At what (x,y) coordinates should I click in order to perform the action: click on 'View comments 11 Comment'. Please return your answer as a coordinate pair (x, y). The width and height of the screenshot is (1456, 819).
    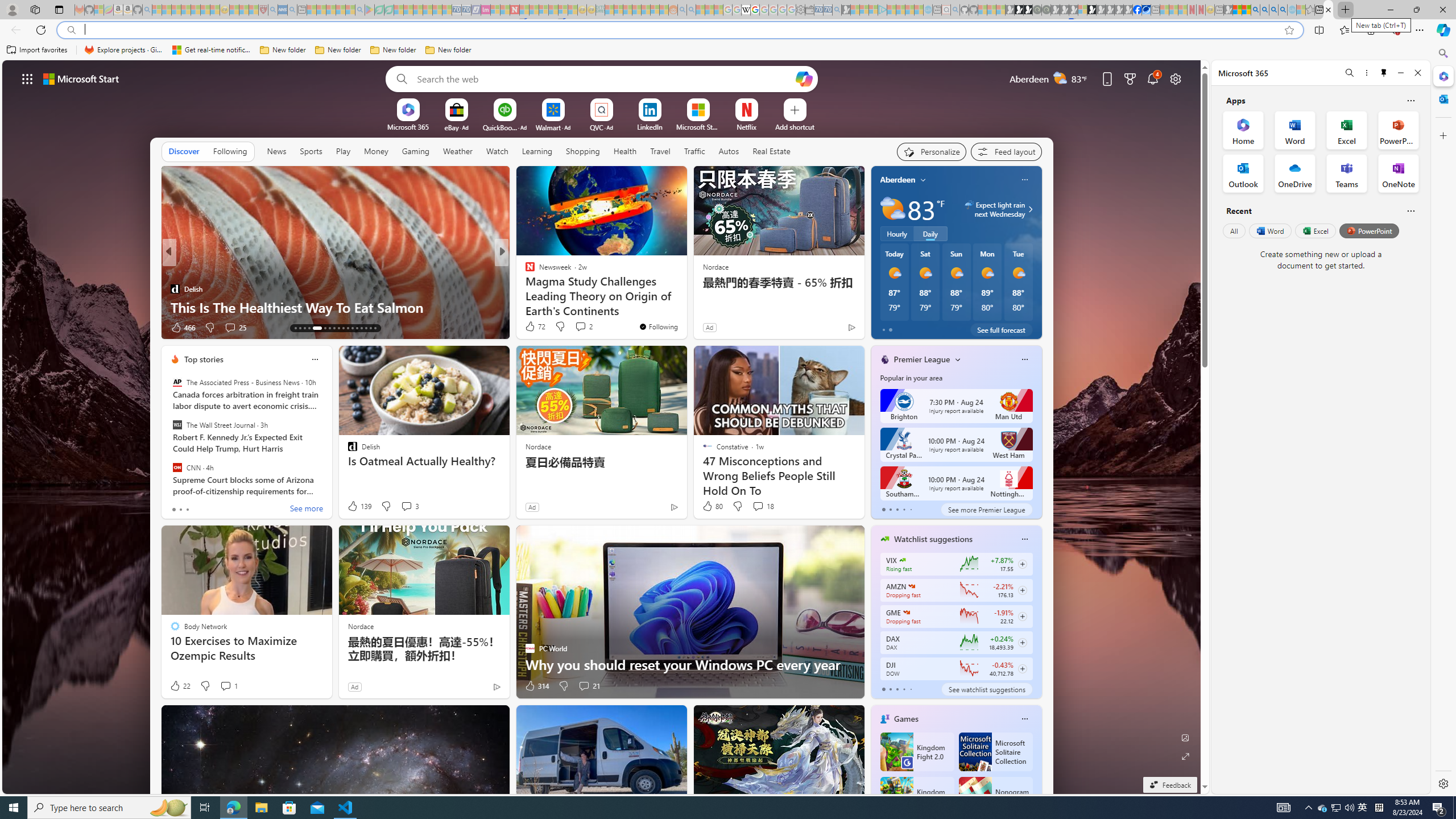
    Looking at the image, I should click on (580, 326).